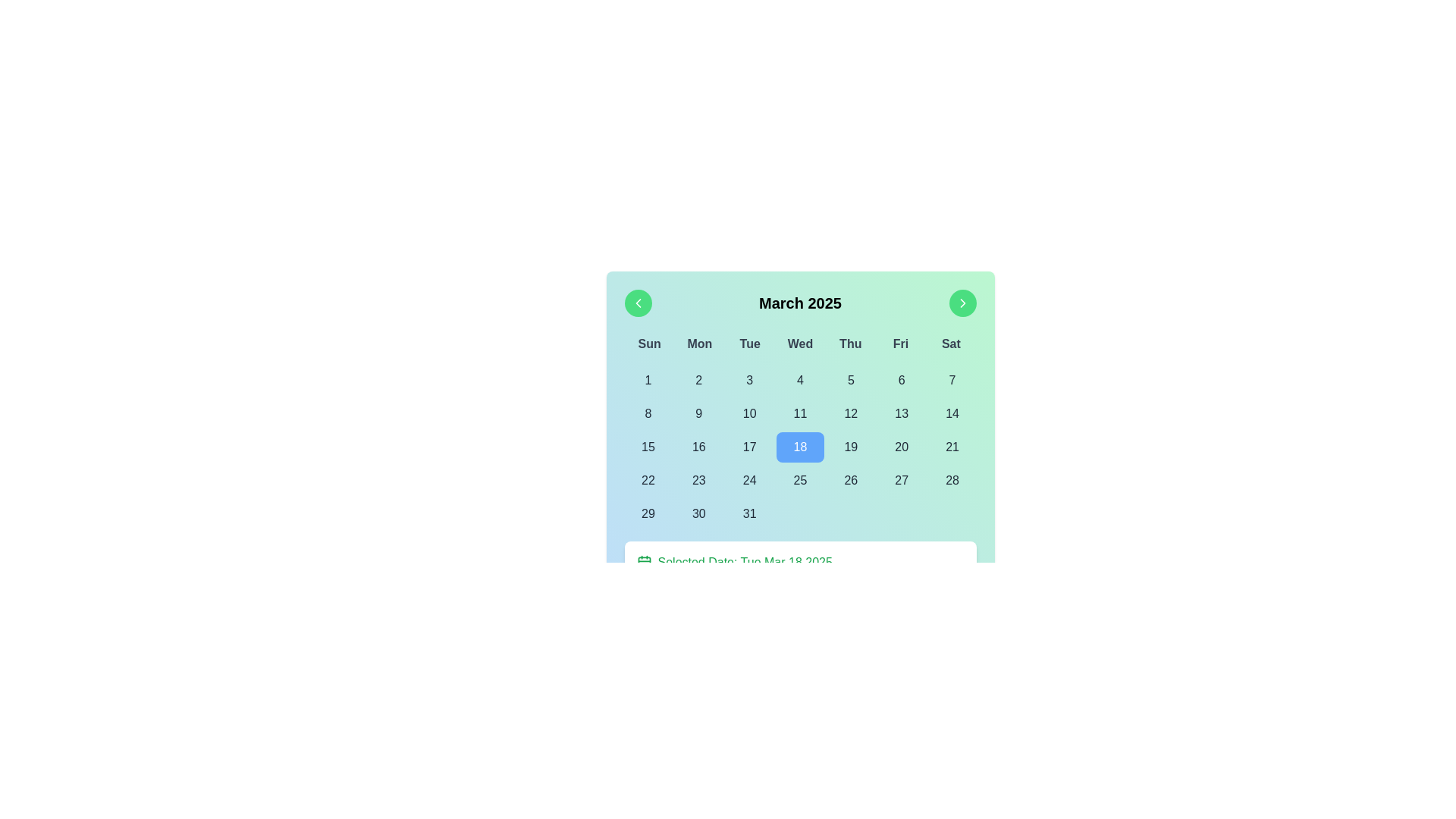 The image size is (1456, 819). What do you see at coordinates (962, 303) in the screenshot?
I see `the right-facing chevron icon in the top-right corner of the calendar interface` at bounding box center [962, 303].